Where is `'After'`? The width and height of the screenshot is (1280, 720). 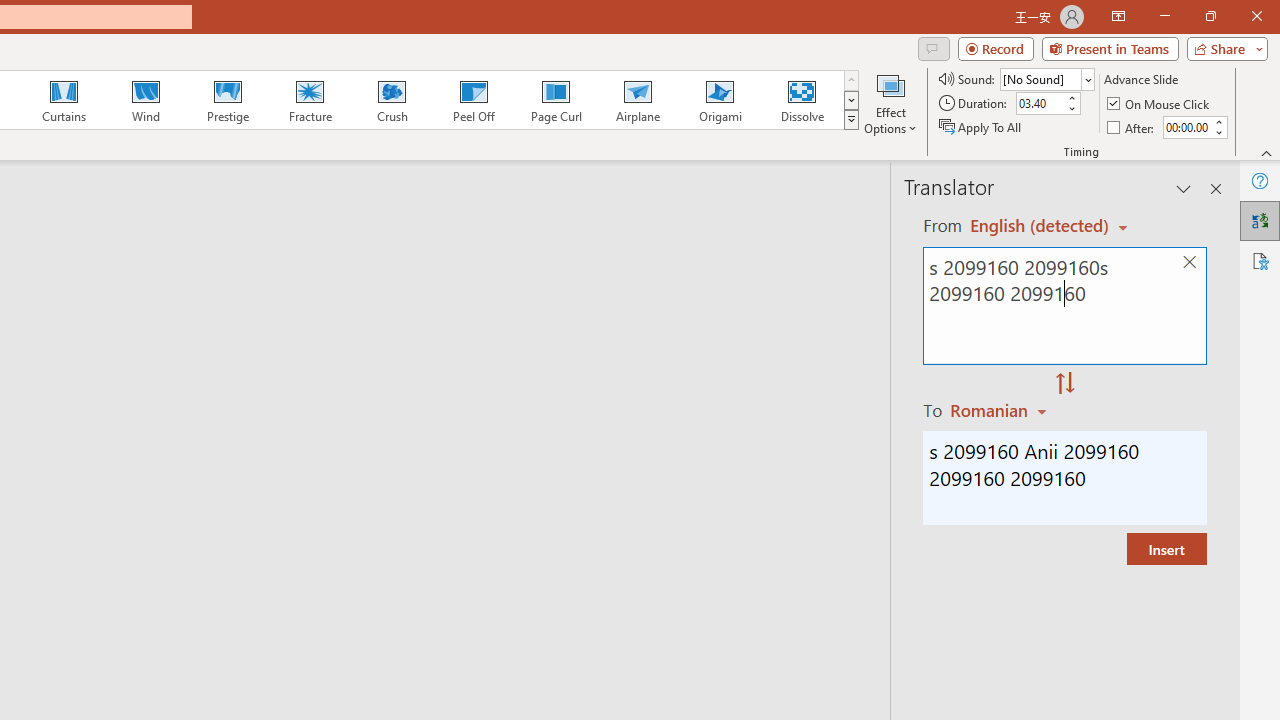 'After' is located at coordinates (1132, 127).